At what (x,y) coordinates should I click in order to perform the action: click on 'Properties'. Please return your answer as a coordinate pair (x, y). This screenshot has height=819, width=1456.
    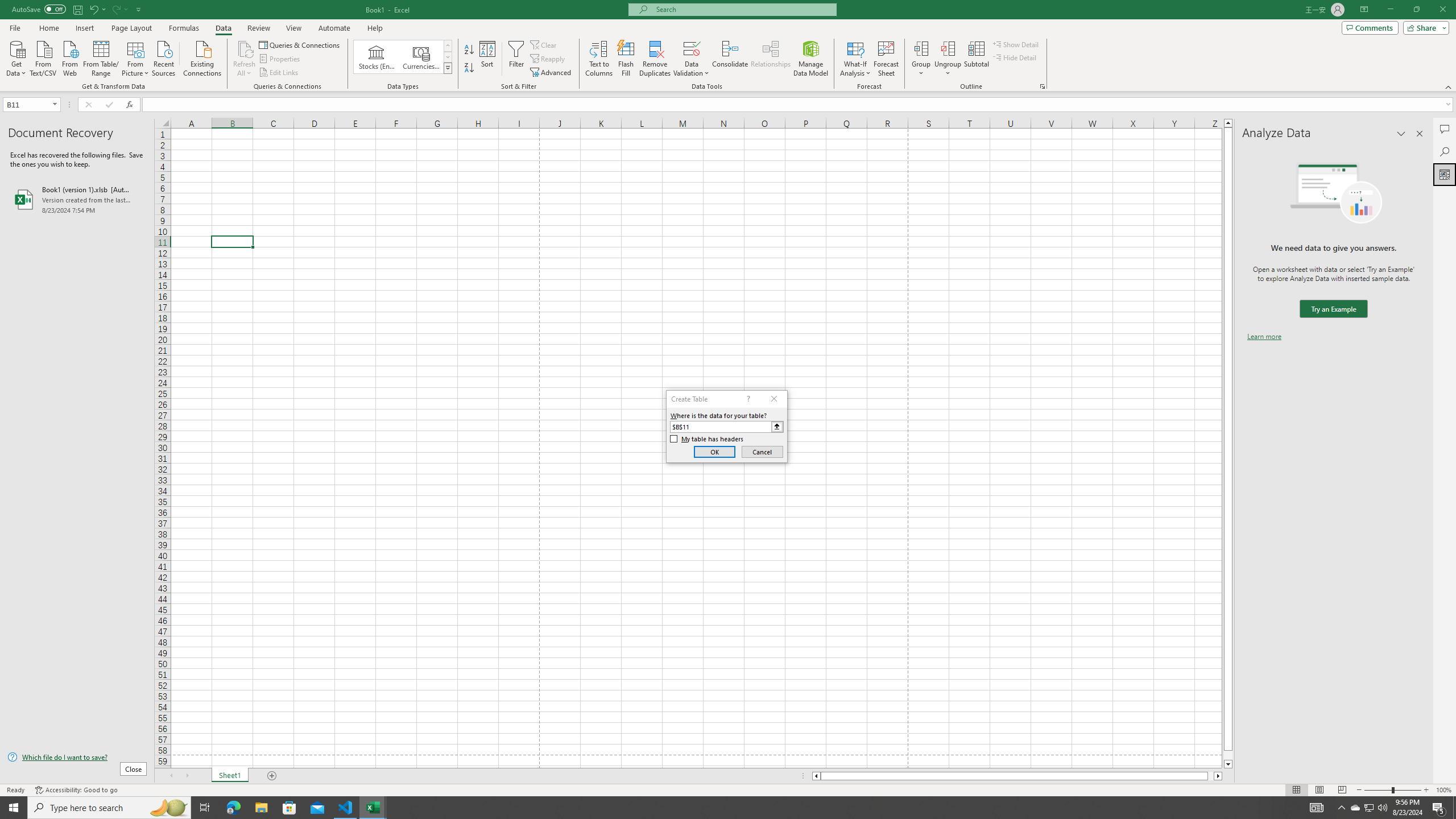
    Looking at the image, I should click on (280, 59).